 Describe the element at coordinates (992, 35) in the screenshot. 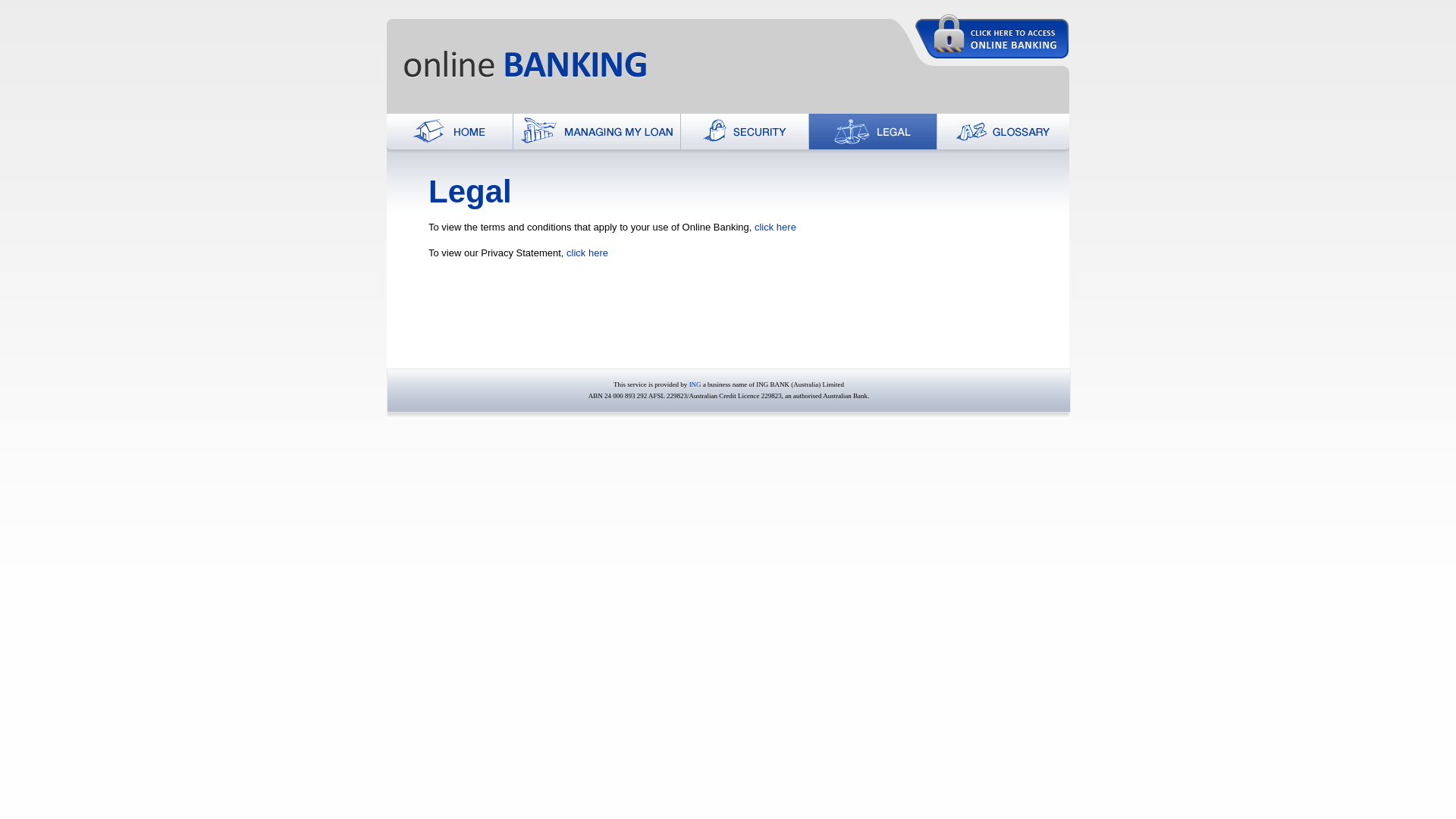

I see `'Client access to online banking'` at that location.